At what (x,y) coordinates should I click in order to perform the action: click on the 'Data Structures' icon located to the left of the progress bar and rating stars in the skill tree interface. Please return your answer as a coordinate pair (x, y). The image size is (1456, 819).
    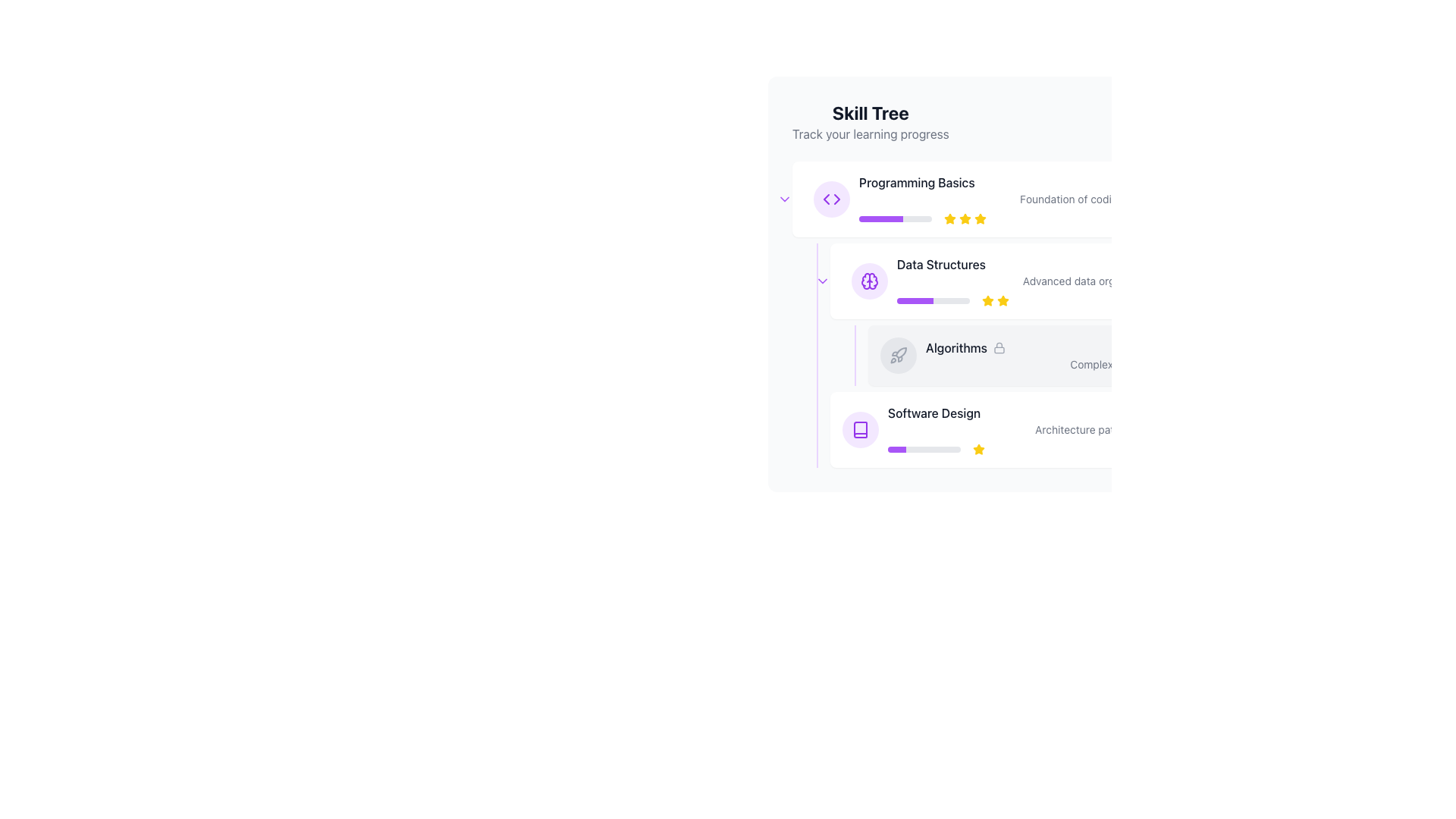
    Looking at the image, I should click on (870, 281).